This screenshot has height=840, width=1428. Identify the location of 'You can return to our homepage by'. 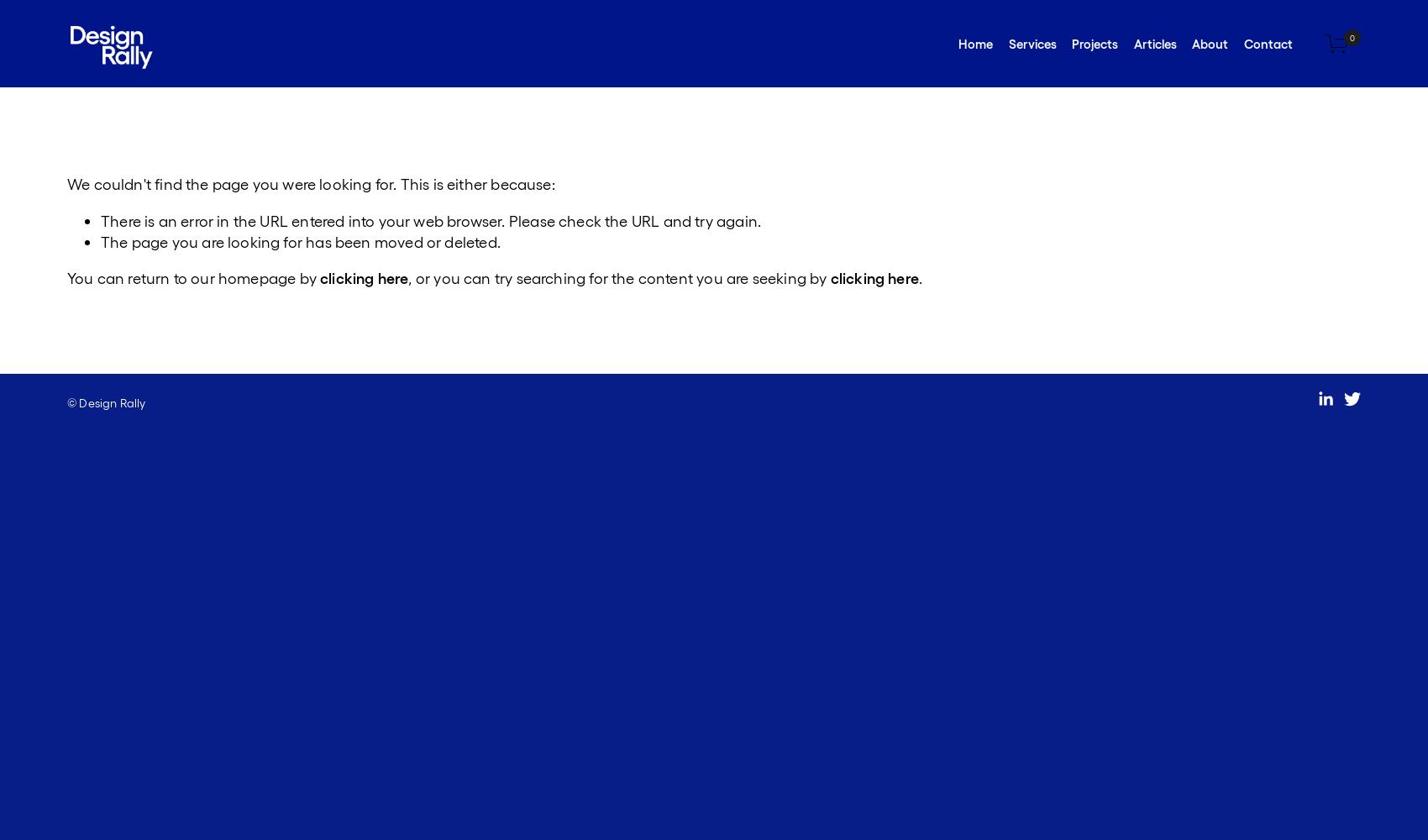
(193, 276).